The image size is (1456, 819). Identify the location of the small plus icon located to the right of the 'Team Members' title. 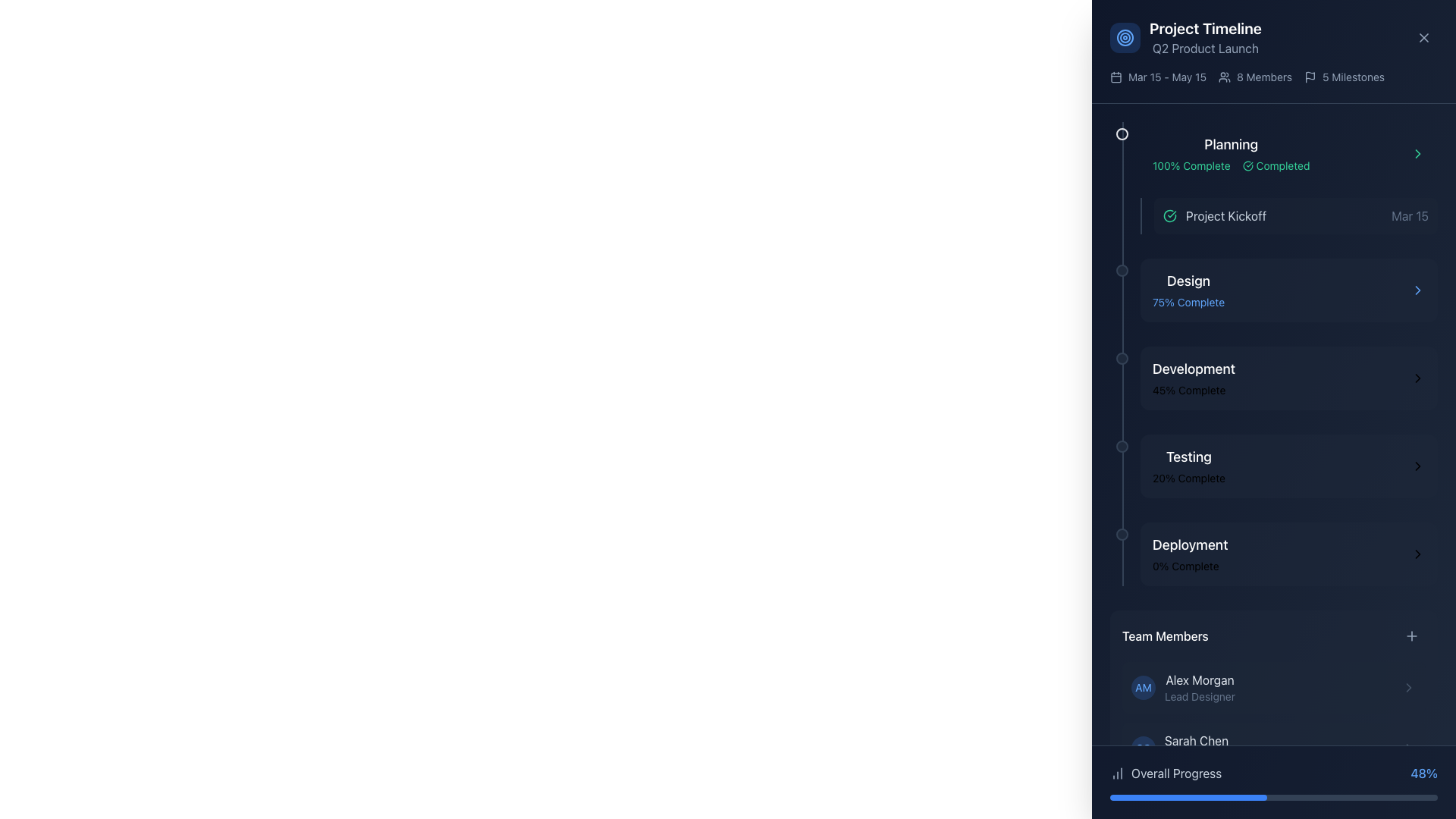
(1411, 636).